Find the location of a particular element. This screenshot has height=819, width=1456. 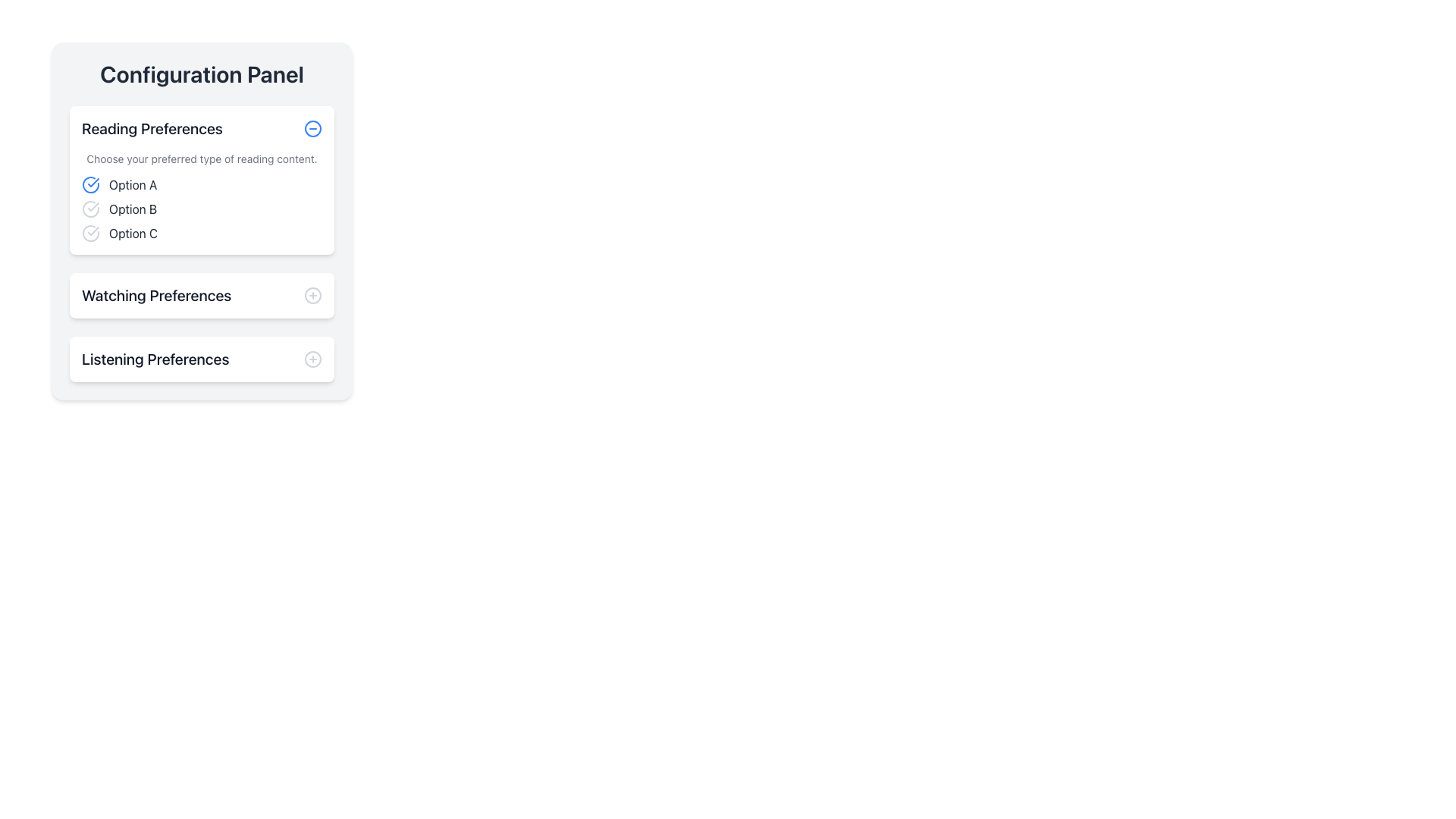

the text label displaying 'Option B' is located at coordinates (133, 209).